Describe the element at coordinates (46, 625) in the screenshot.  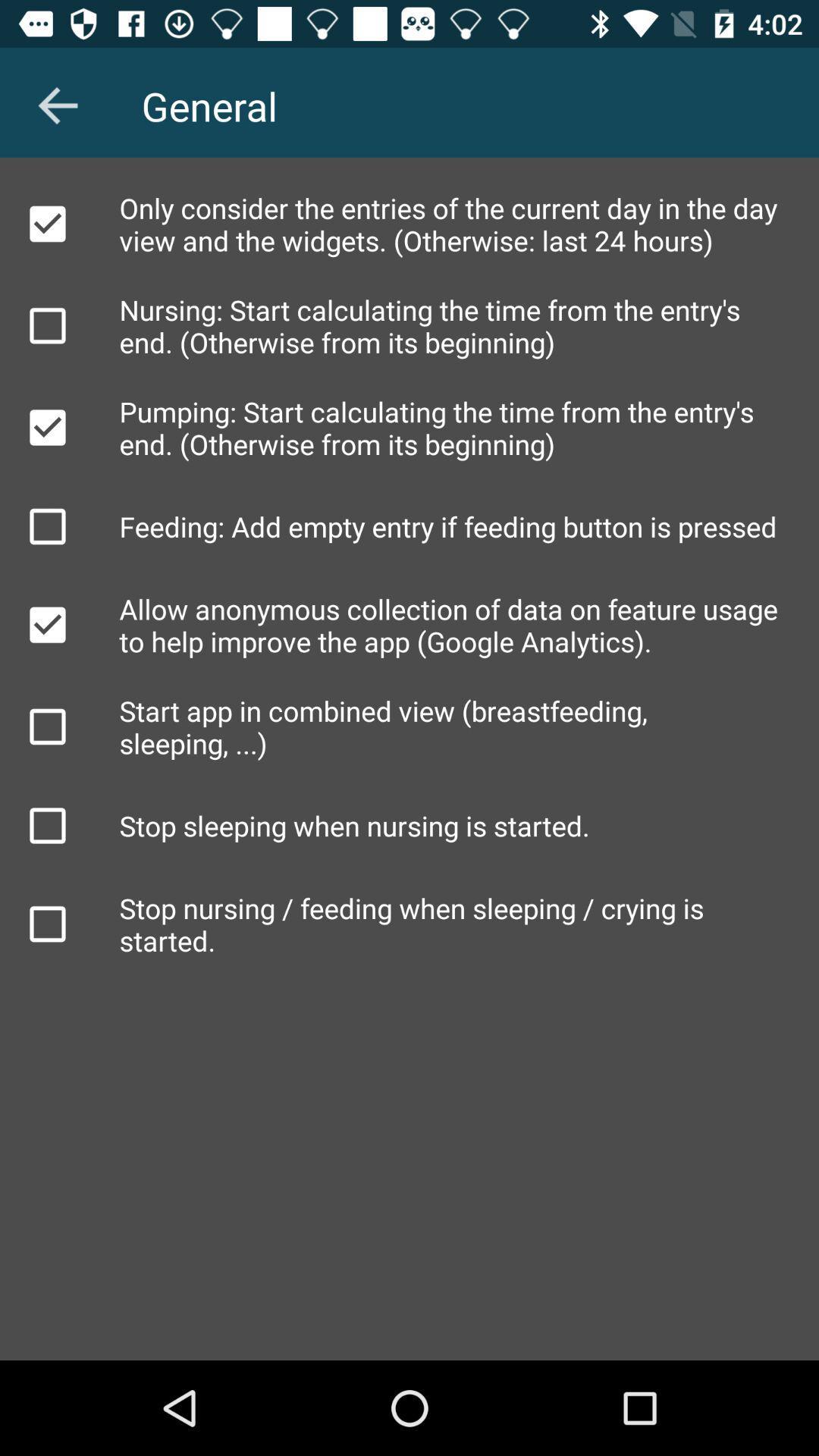
I see `check box to allow anonymous collection of data` at that location.